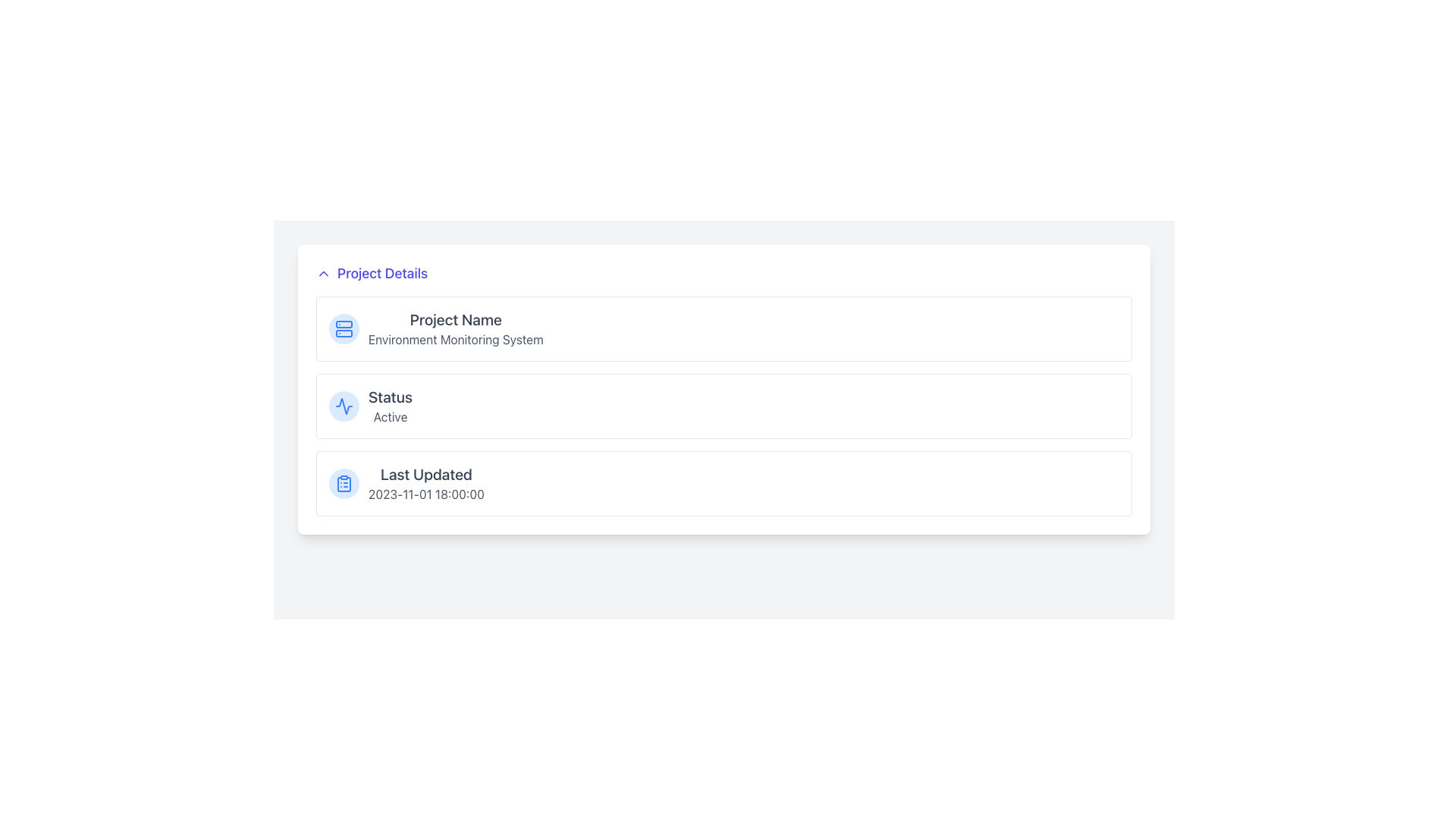 This screenshot has width=1456, height=819. What do you see at coordinates (344, 406) in the screenshot?
I see `the dynamic wave SVG icon rendered in blue, which is part of a minimalist icon set located in the middle of the layout` at bounding box center [344, 406].